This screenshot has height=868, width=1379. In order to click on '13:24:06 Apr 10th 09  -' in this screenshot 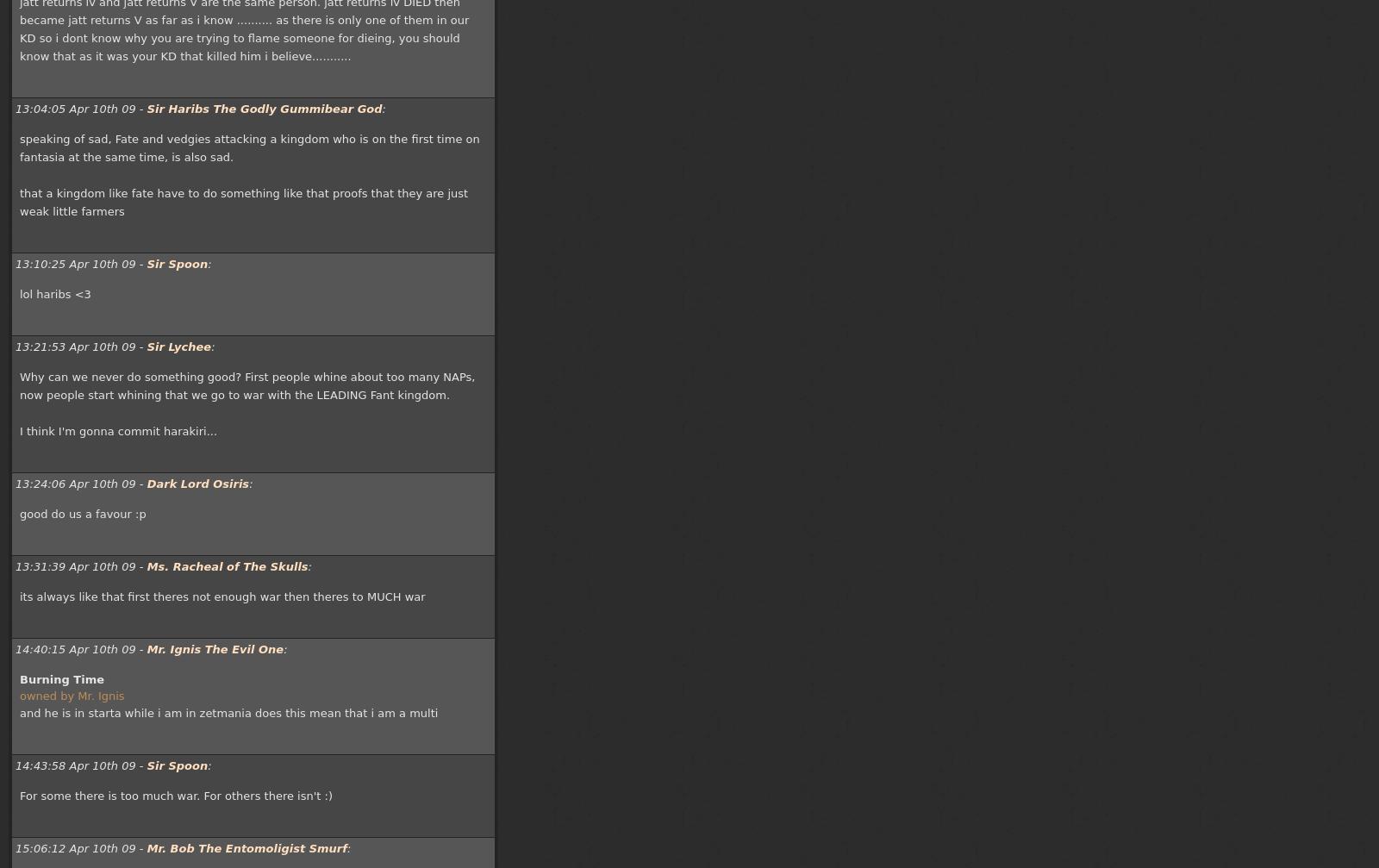, I will do `click(79, 483)`.